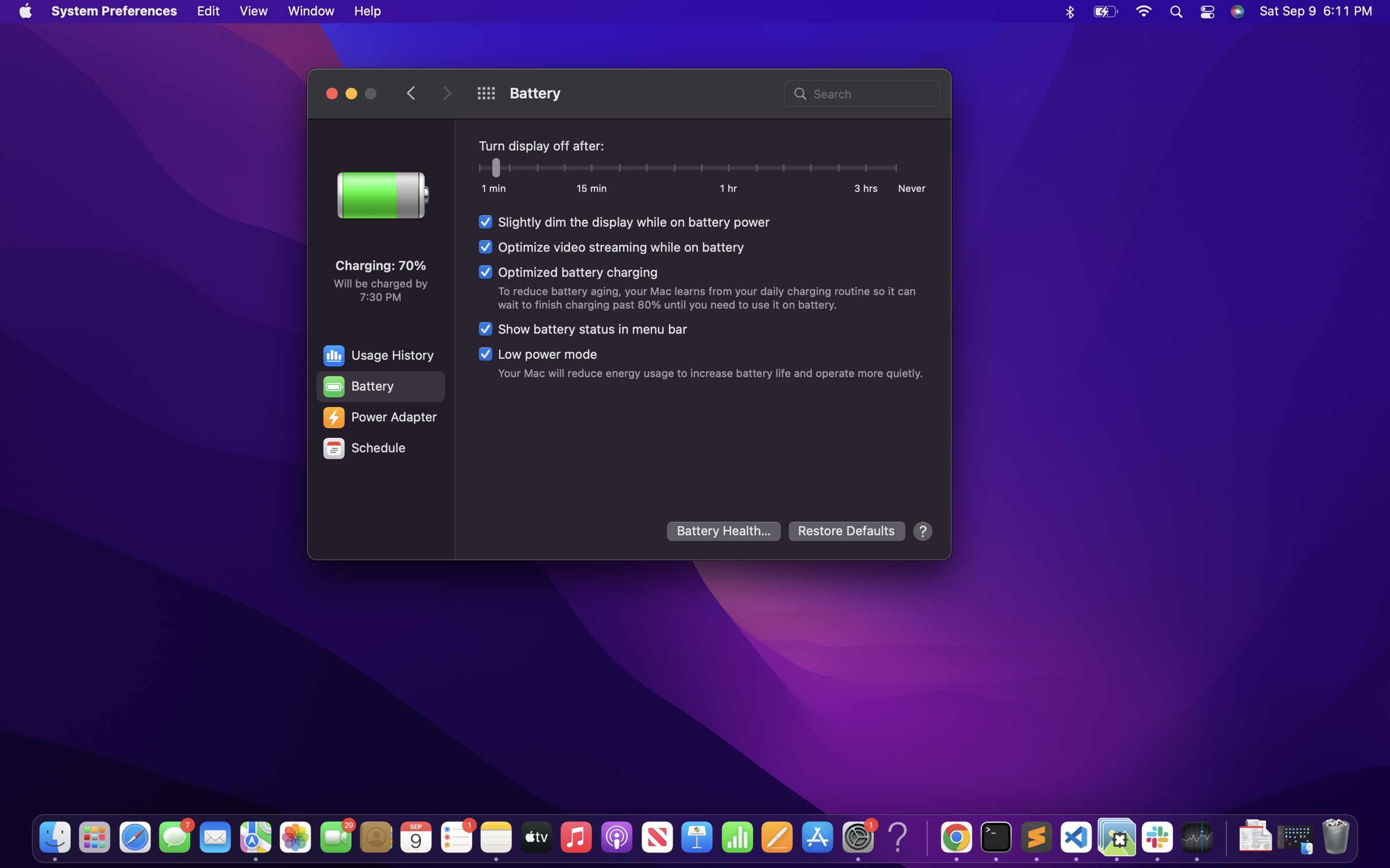 This screenshot has width=1390, height=868. What do you see at coordinates (729, 169) in the screenshot?
I see `Prefer to not shut down the screen post one hour` at bounding box center [729, 169].